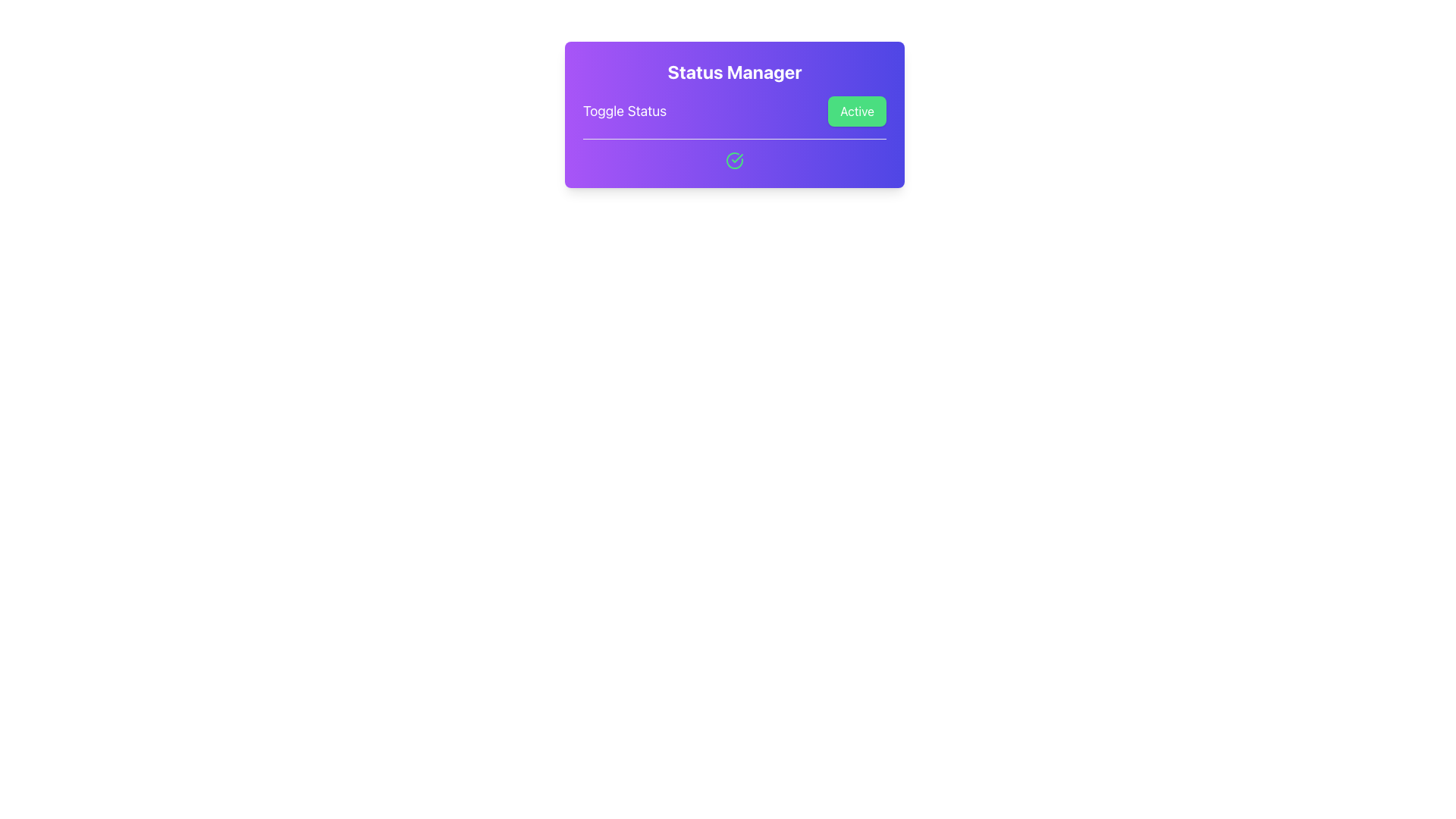 This screenshot has width=1456, height=819. Describe the element at coordinates (625, 110) in the screenshot. I see `the 'Toggle Status' text label displayed in white on a purple background, positioned to the left of the 'Active' button in the 'Status Manager' section` at that location.